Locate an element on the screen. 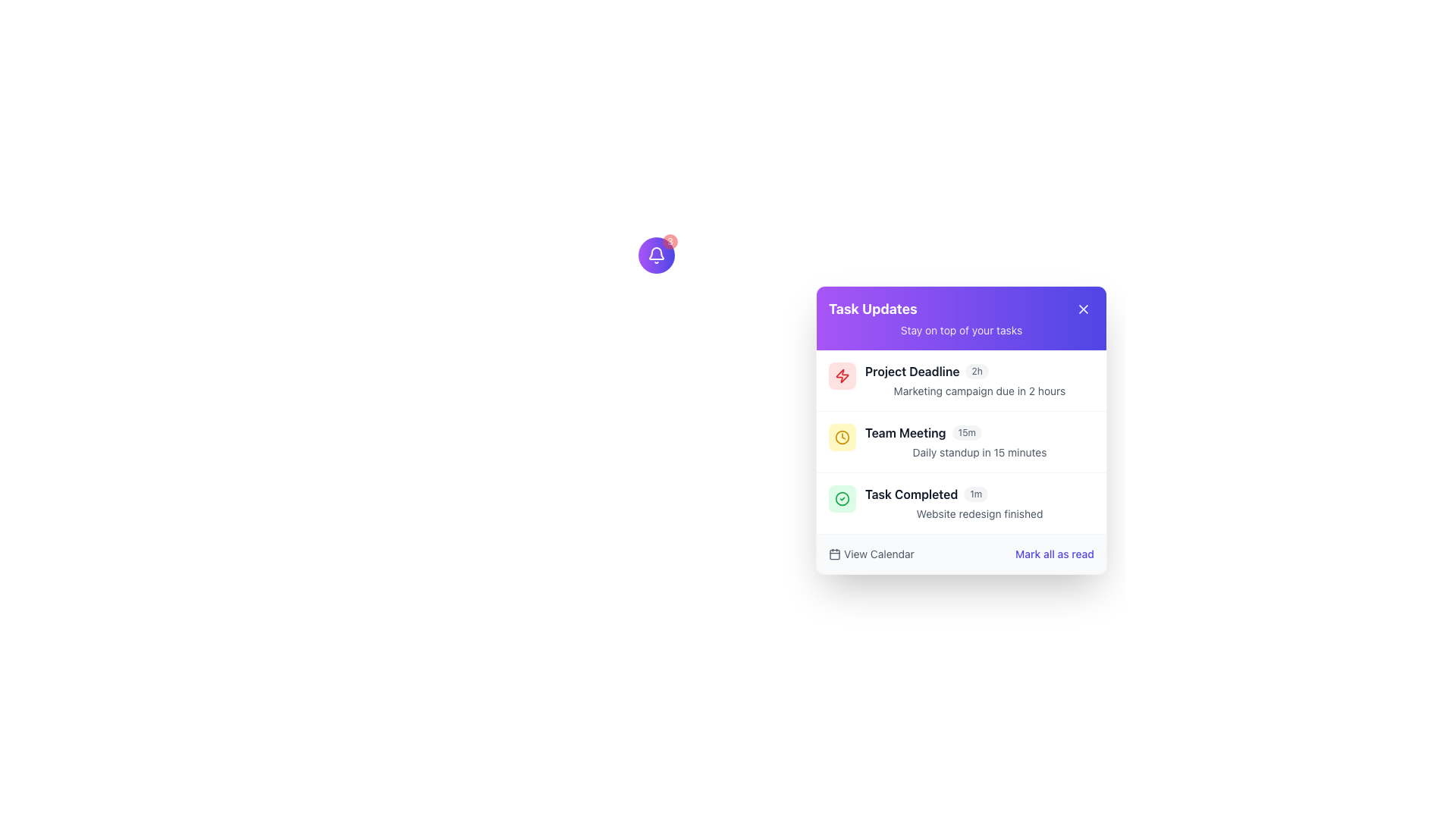 The width and height of the screenshot is (1456, 819). the circular notification button featuring a white bell icon and a red badge with '3' is located at coordinates (656, 254).